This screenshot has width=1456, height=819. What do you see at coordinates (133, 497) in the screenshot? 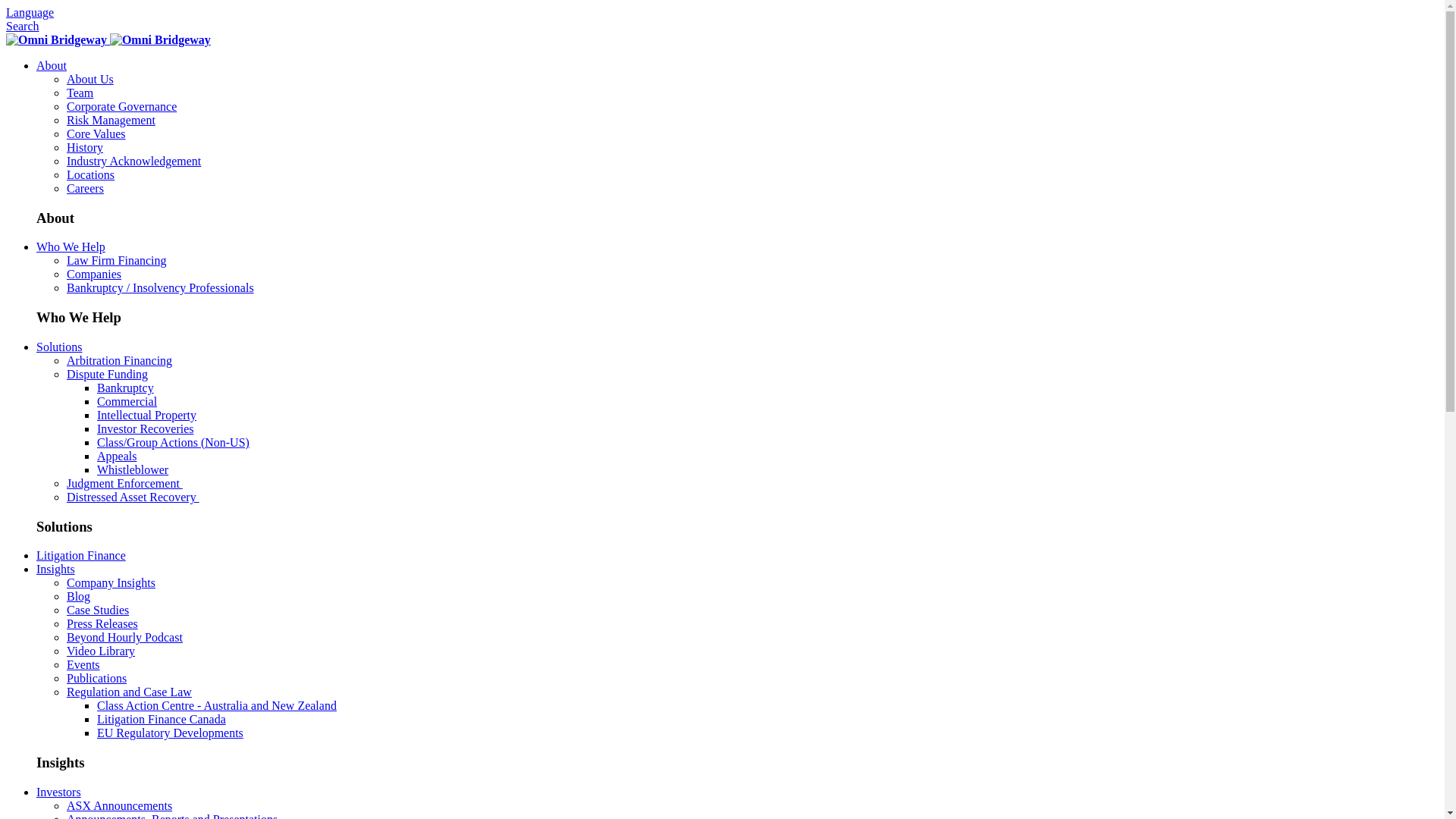
I see `'Distressed Asset Recovery '` at bounding box center [133, 497].